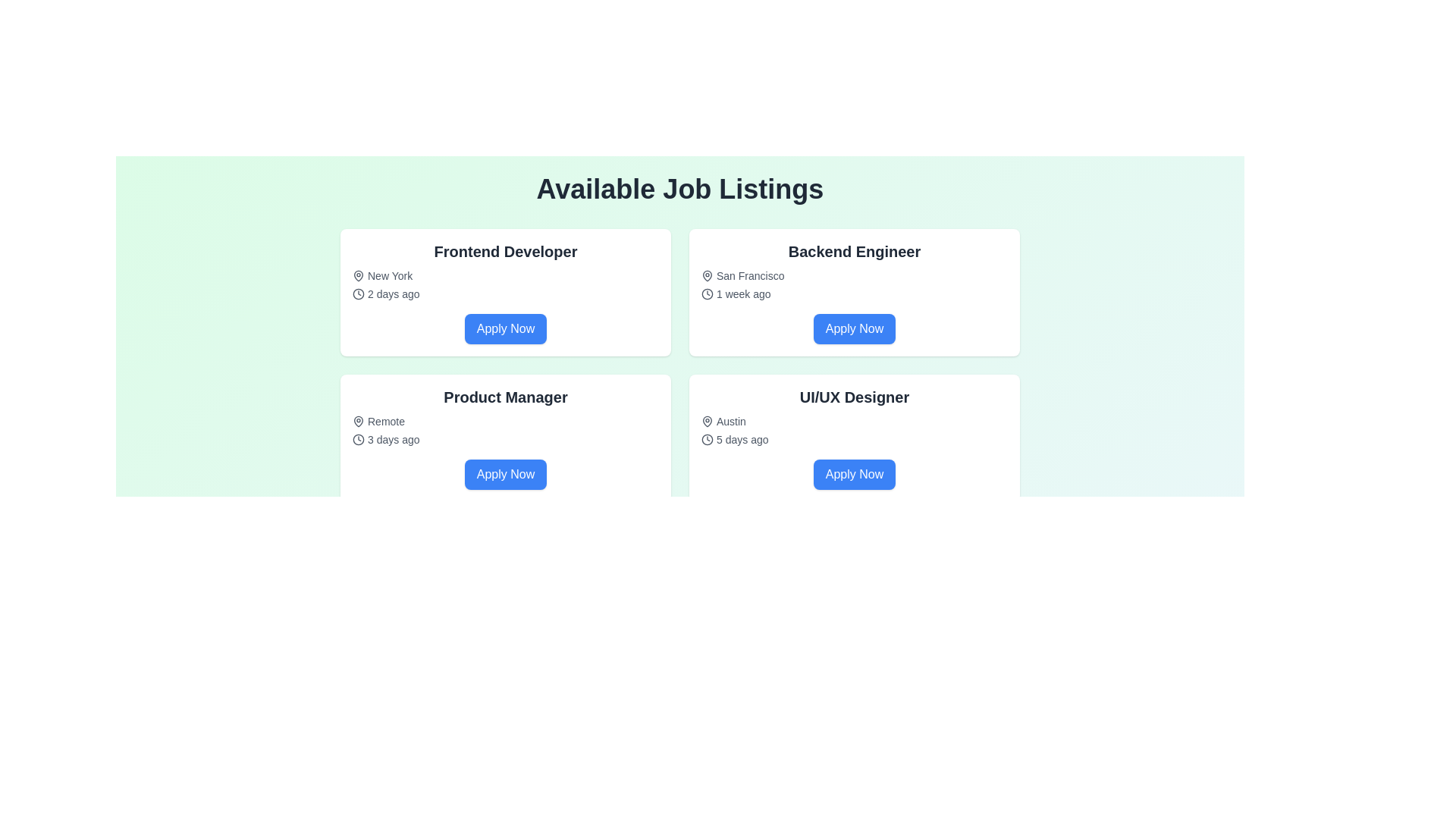  What do you see at coordinates (358, 275) in the screenshot?
I see `the location indicator icon for 'New York', which is positioned directly to the left of the text 'New York' in the job listing for 'Frontend Developer'` at bounding box center [358, 275].